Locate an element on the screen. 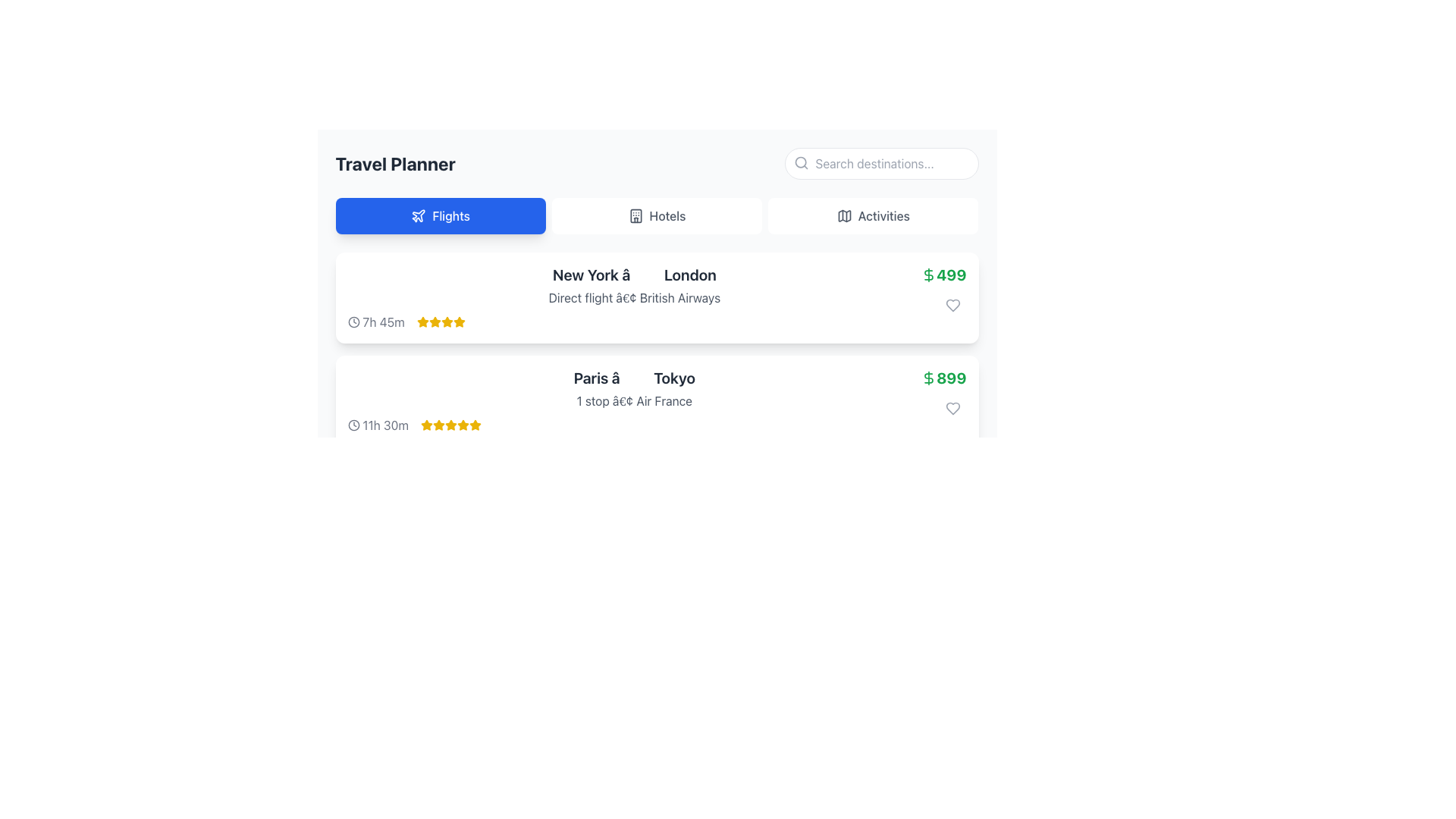 This screenshot has width=1456, height=819. the flight duration icon to the left of the text '11h 30m' for the second flight option from 'Paris to Tokyo' in the 'Time and Rating' section is located at coordinates (353, 425).